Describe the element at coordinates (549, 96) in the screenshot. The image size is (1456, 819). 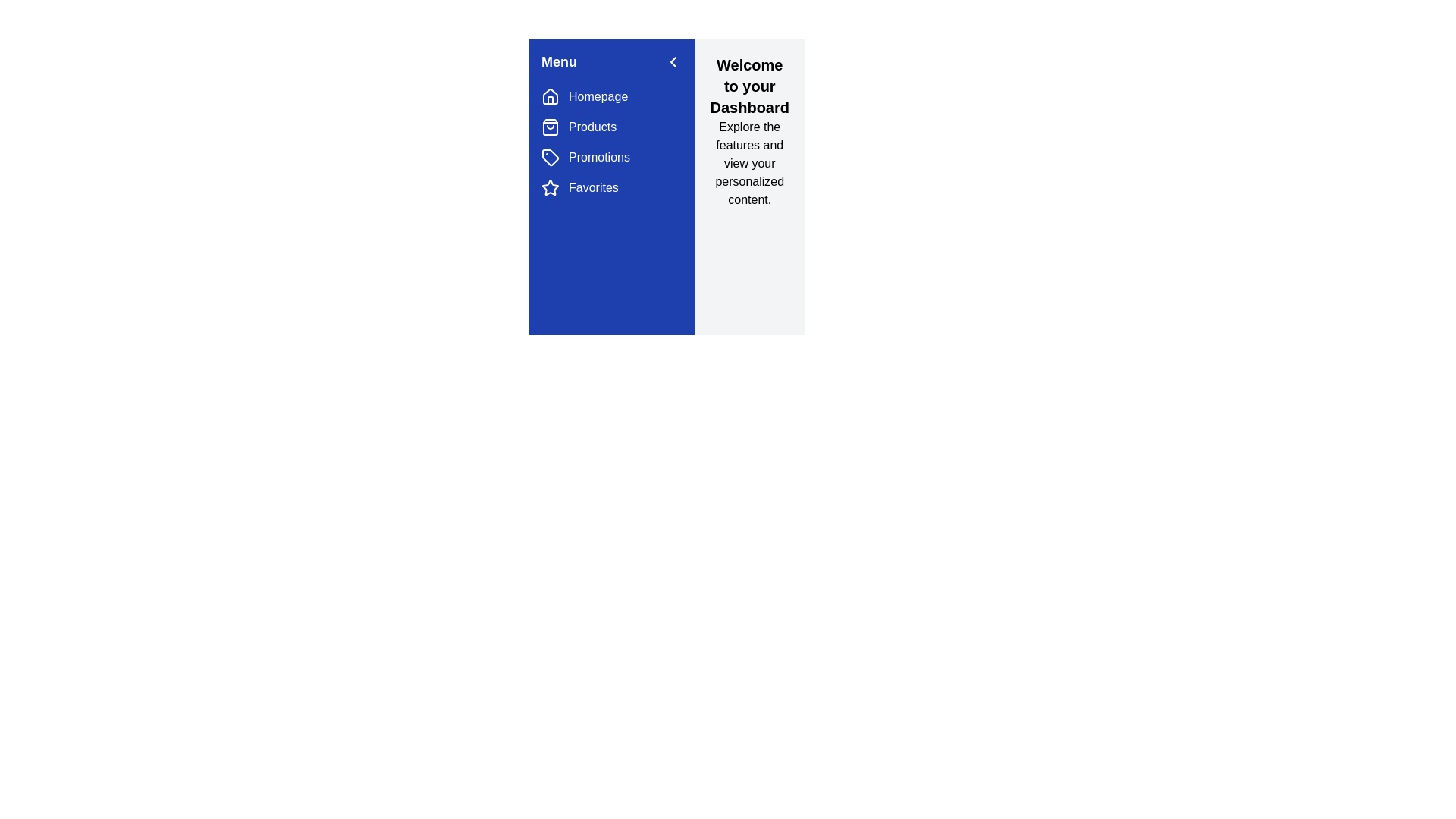
I see `the navigation menu item corresponding to Homepage` at that location.